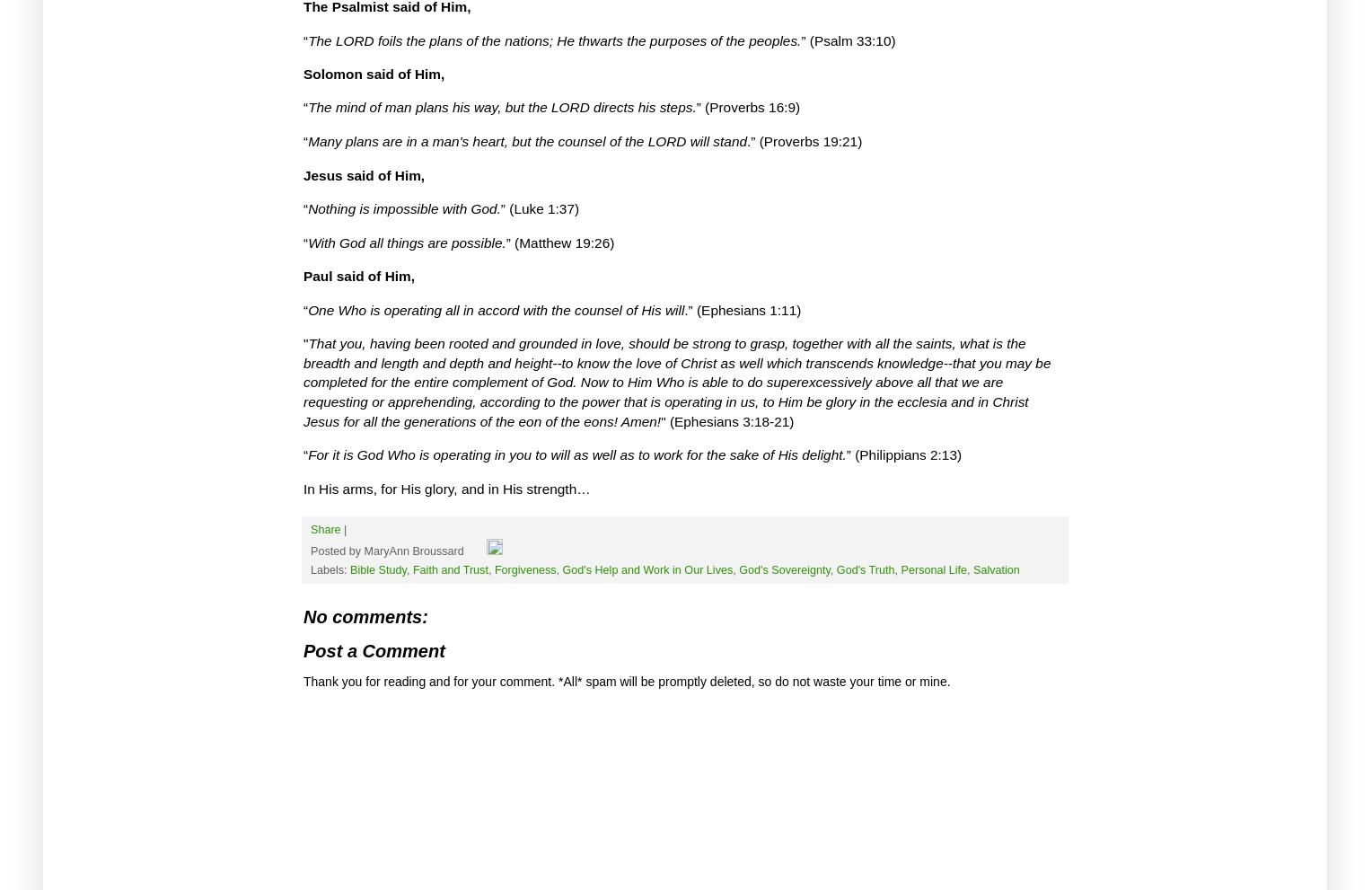 This screenshot has height=890, width=1372. Describe the element at coordinates (496, 309) in the screenshot. I see `'One Who is operating all in accord with the counsel of His will'` at that location.